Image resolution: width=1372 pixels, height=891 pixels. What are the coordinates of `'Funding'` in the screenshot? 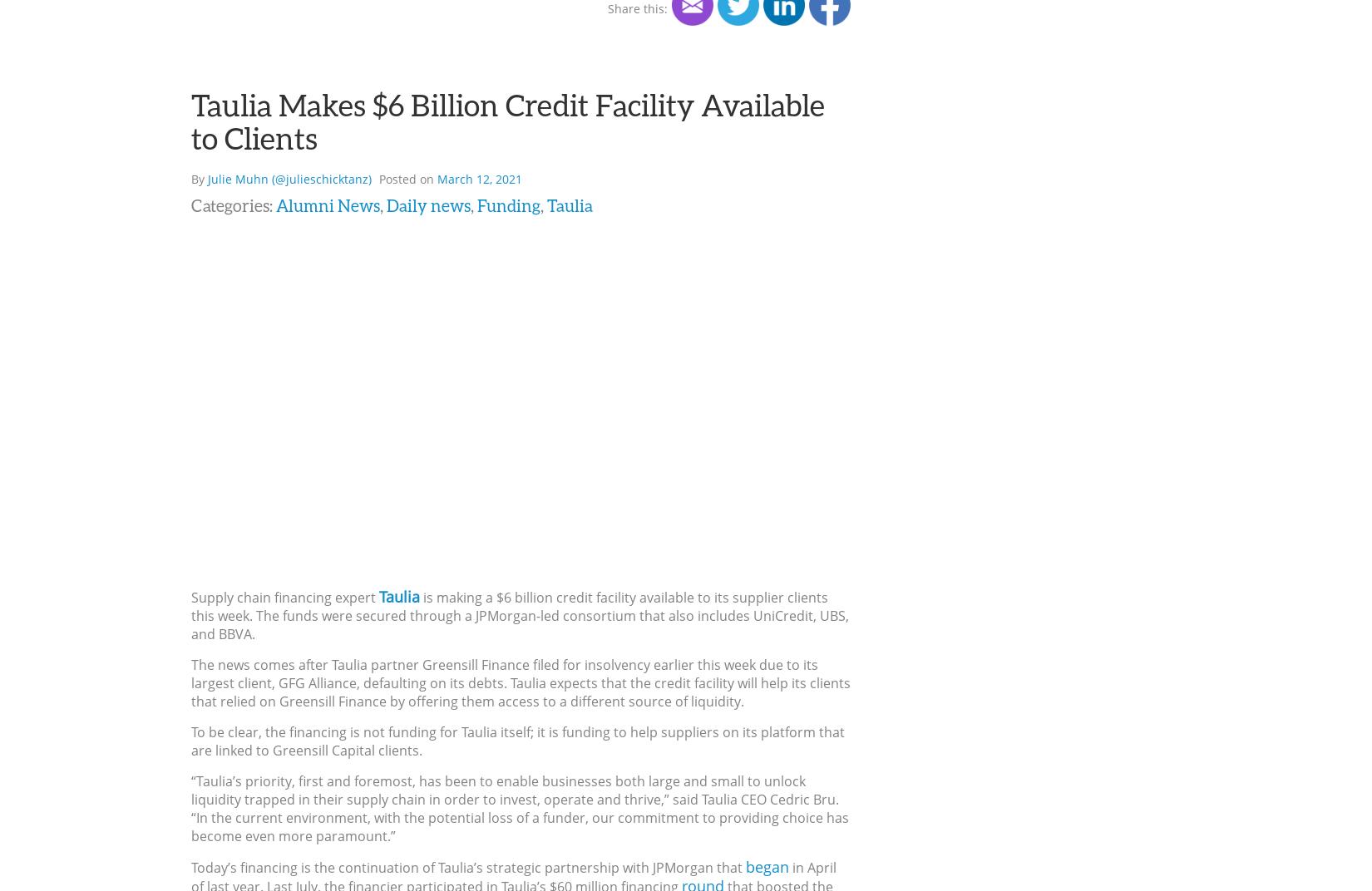 It's located at (507, 204).